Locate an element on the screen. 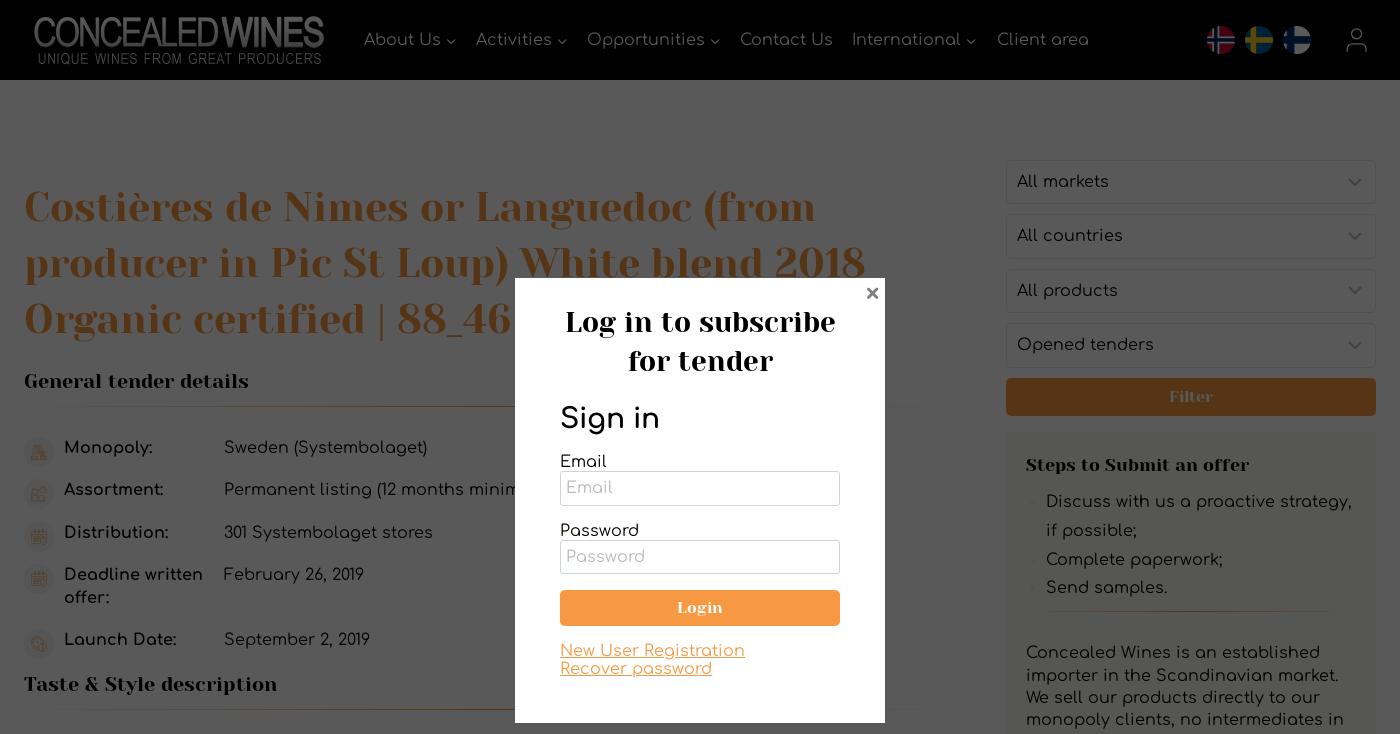  'Send samples.' is located at coordinates (1044, 588).